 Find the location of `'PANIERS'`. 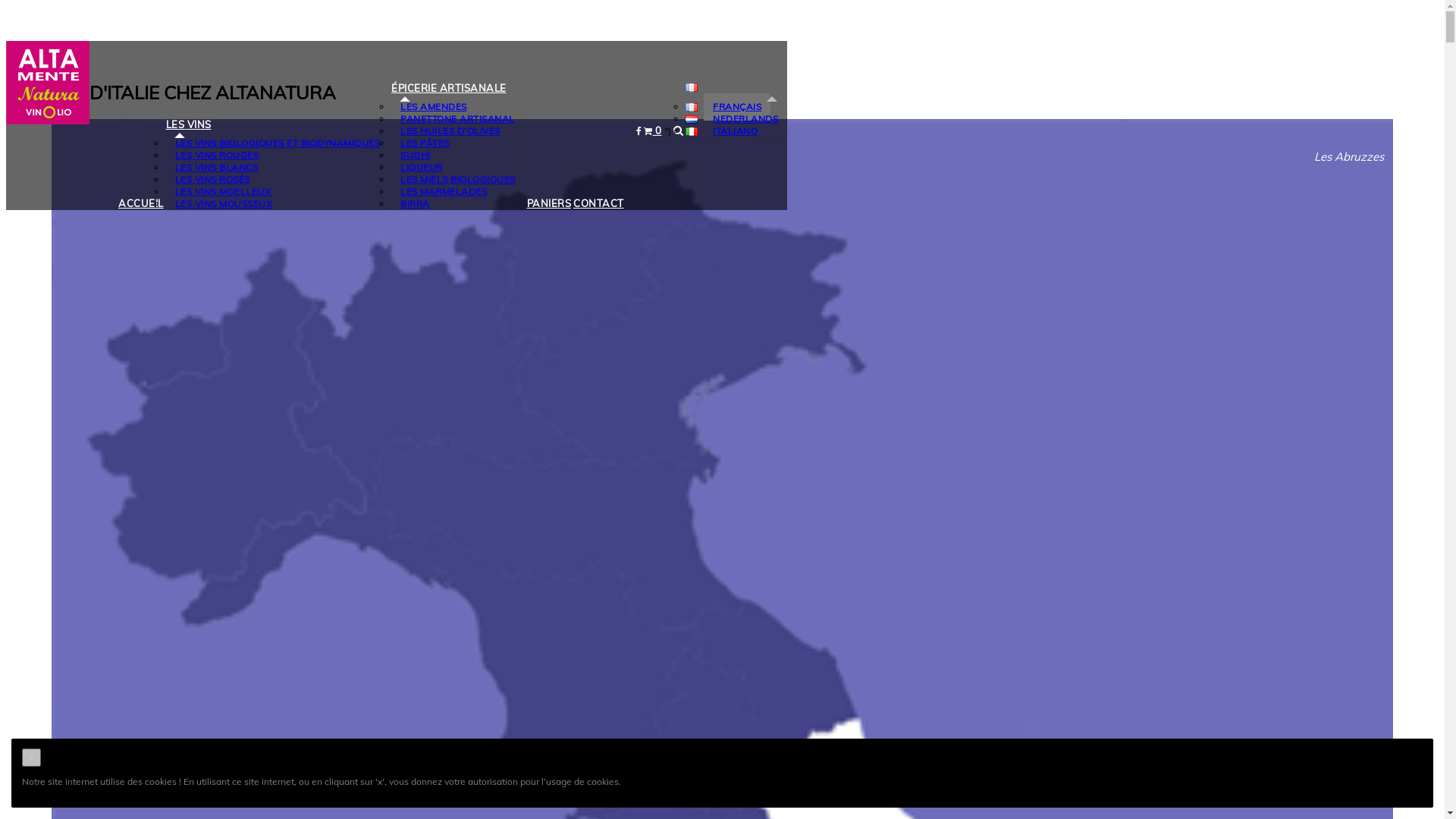

'PANIERS' is located at coordinates (548, 202).